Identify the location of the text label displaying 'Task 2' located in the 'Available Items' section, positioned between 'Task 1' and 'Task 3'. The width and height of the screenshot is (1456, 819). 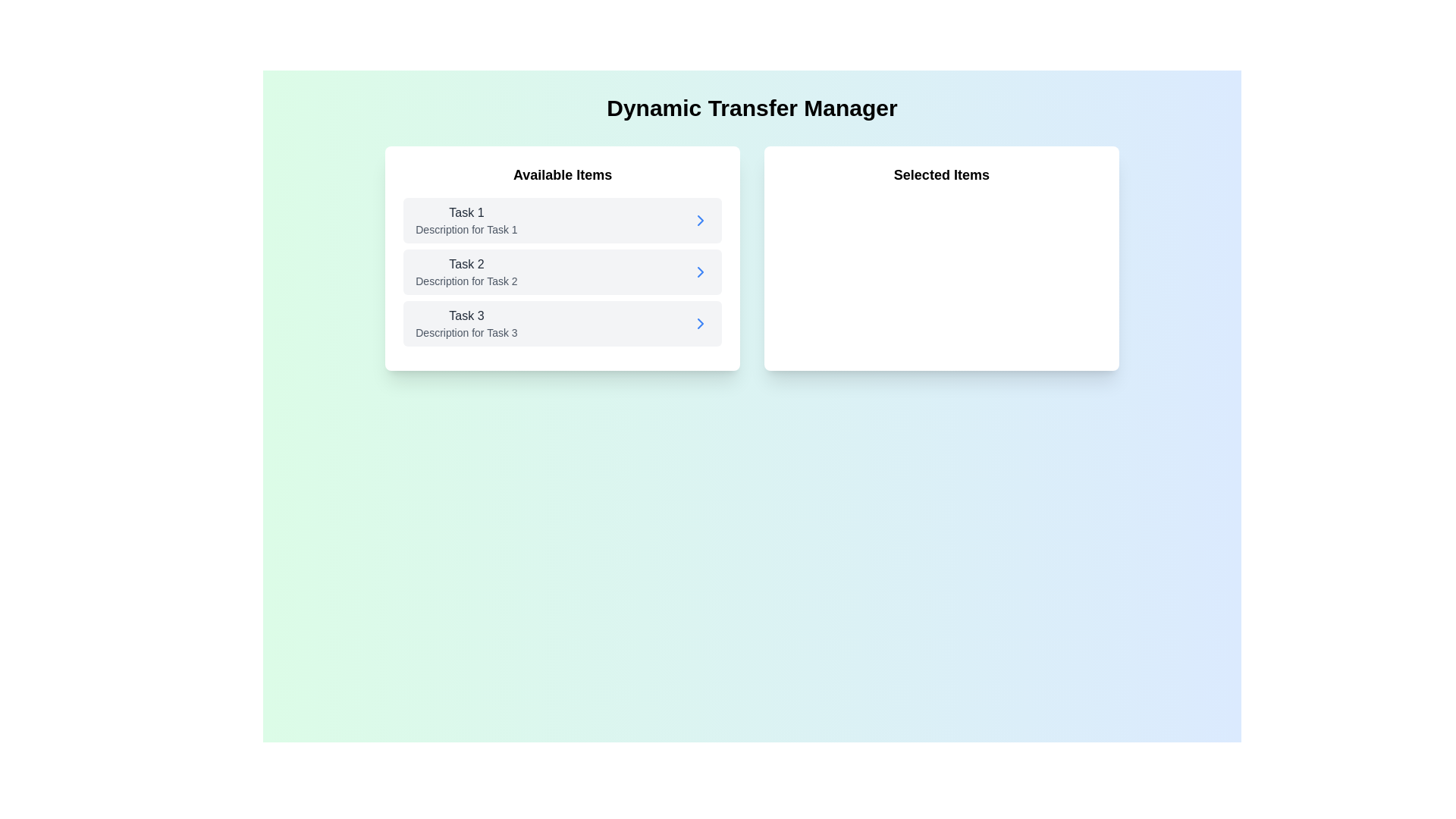
(466, 271).